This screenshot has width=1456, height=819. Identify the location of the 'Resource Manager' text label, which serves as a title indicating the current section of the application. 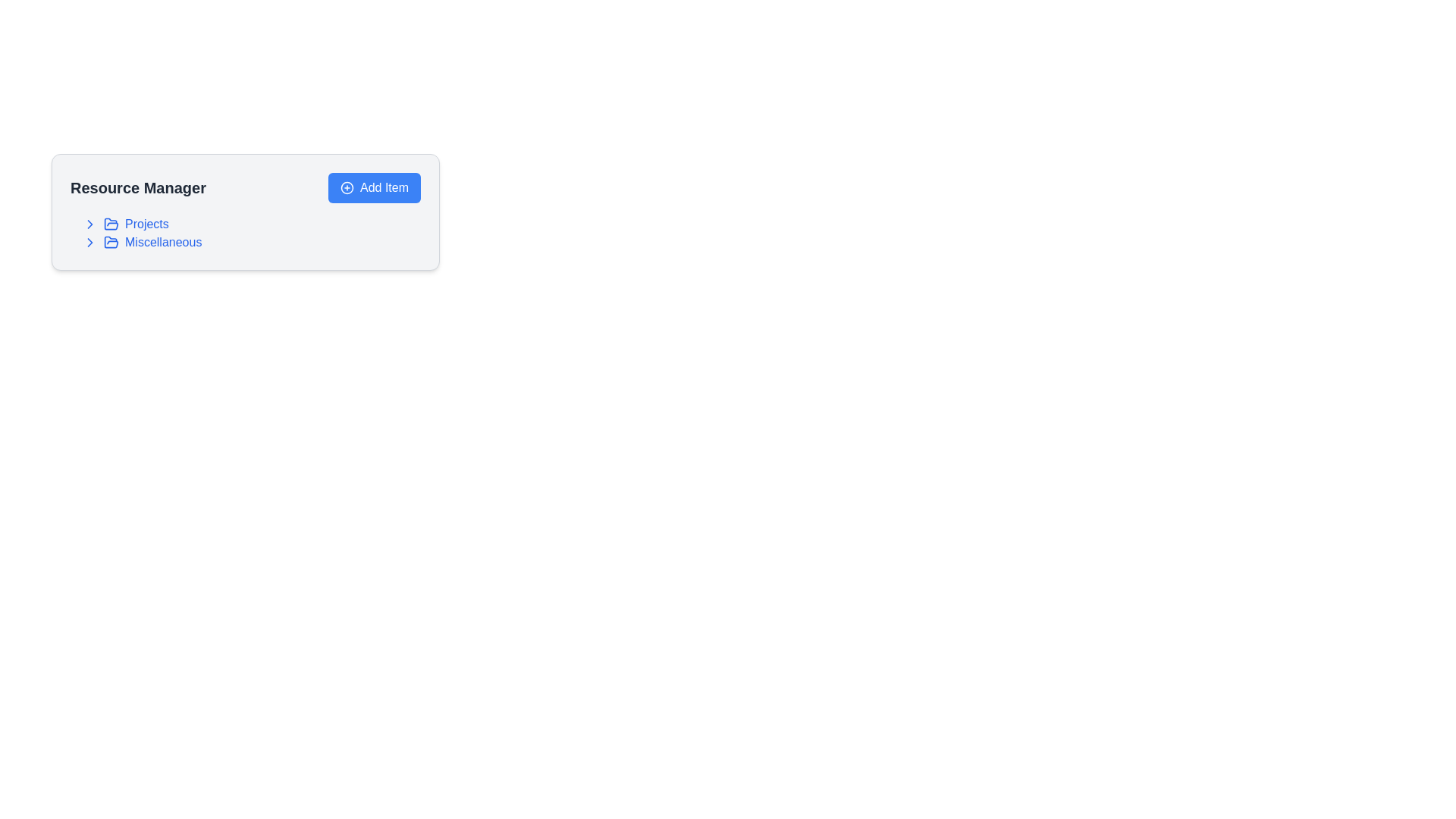
(138, 187).